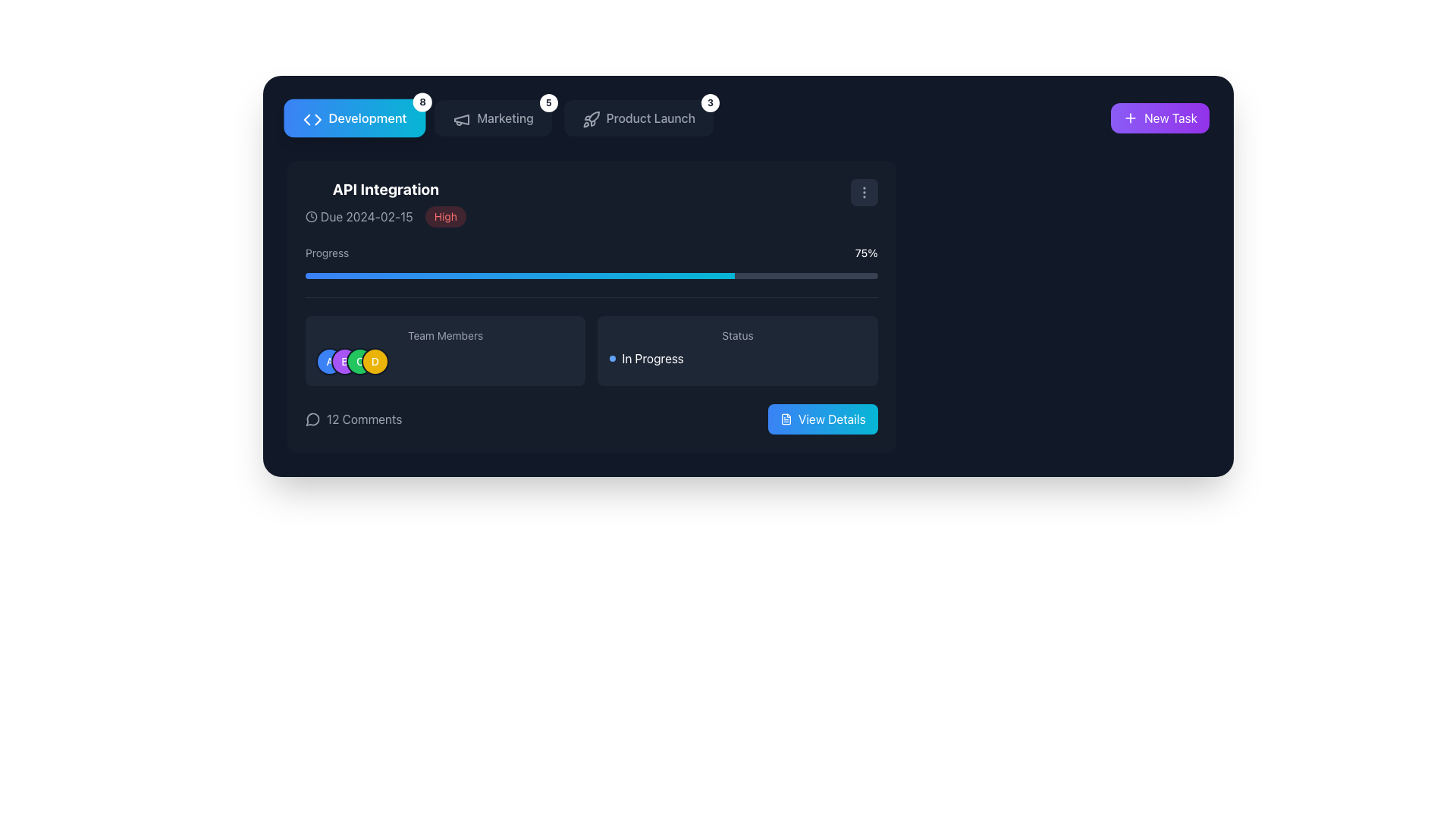  What do you see at coordinates (864, 192) in the screenshot?
I see `the Icon button located at the top-right corner of the 'API Integration' task card` at bounding box center [864, 192].